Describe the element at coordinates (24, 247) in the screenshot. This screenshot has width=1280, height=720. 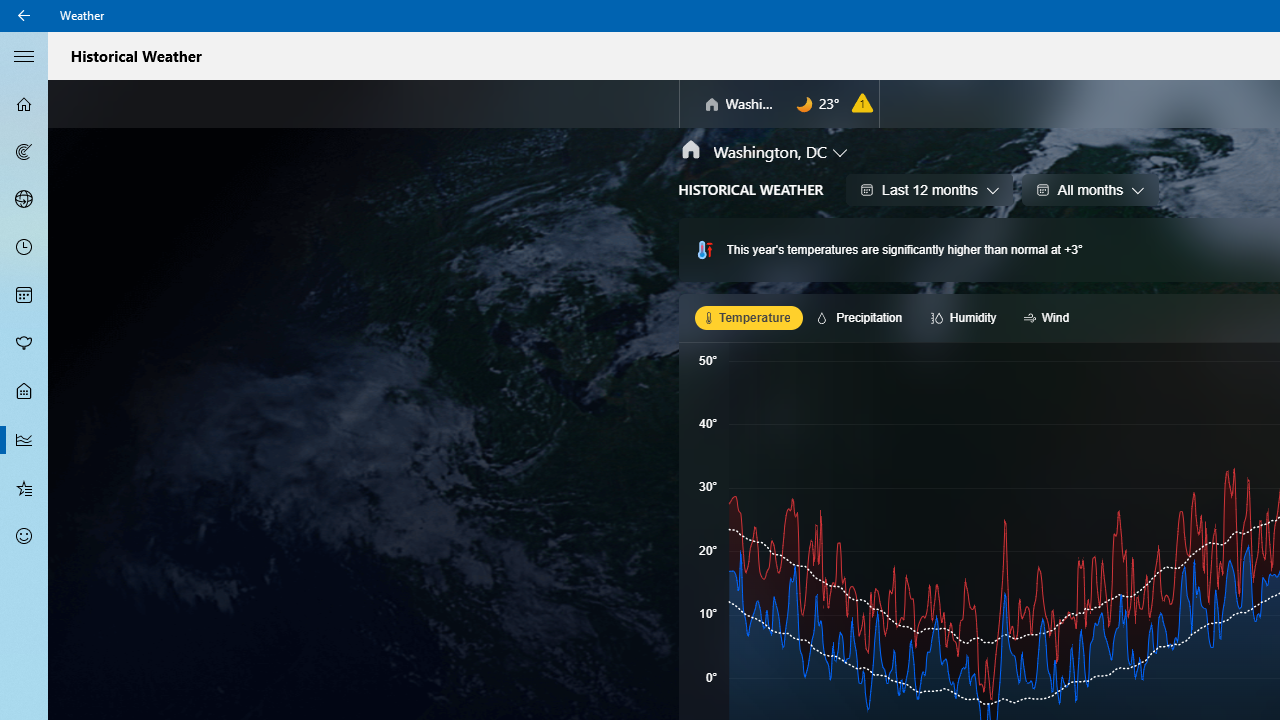
I see `'Hourly Forecast - Not Selected'` at that location.